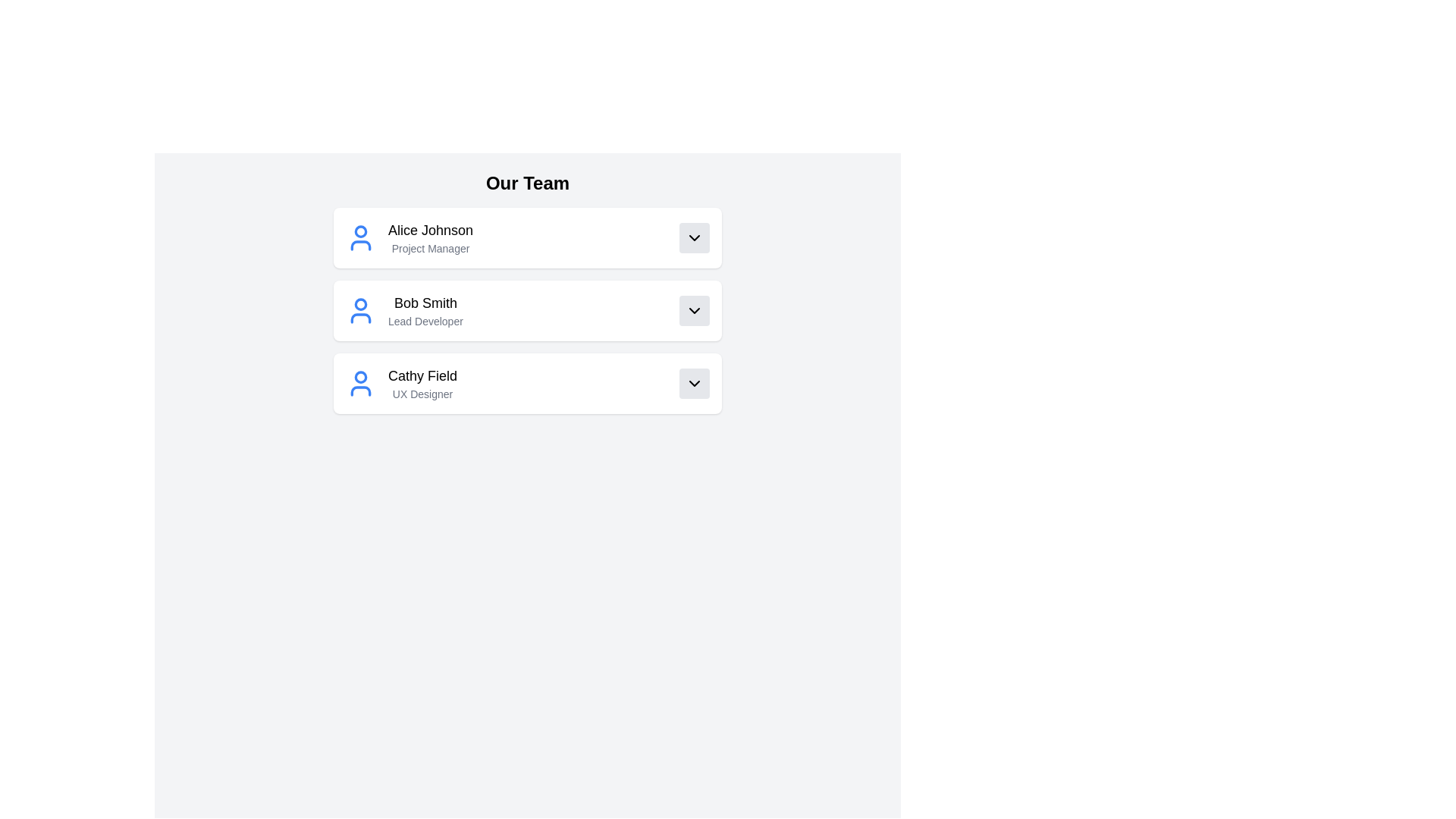 The height and width of the screenshot is (819, 1456). Describe the element at coordinates (694, 237) in the screenshot. I see `the chevron-down icon located at the right end of the topmost team member card under 'Our Team'` at that location.